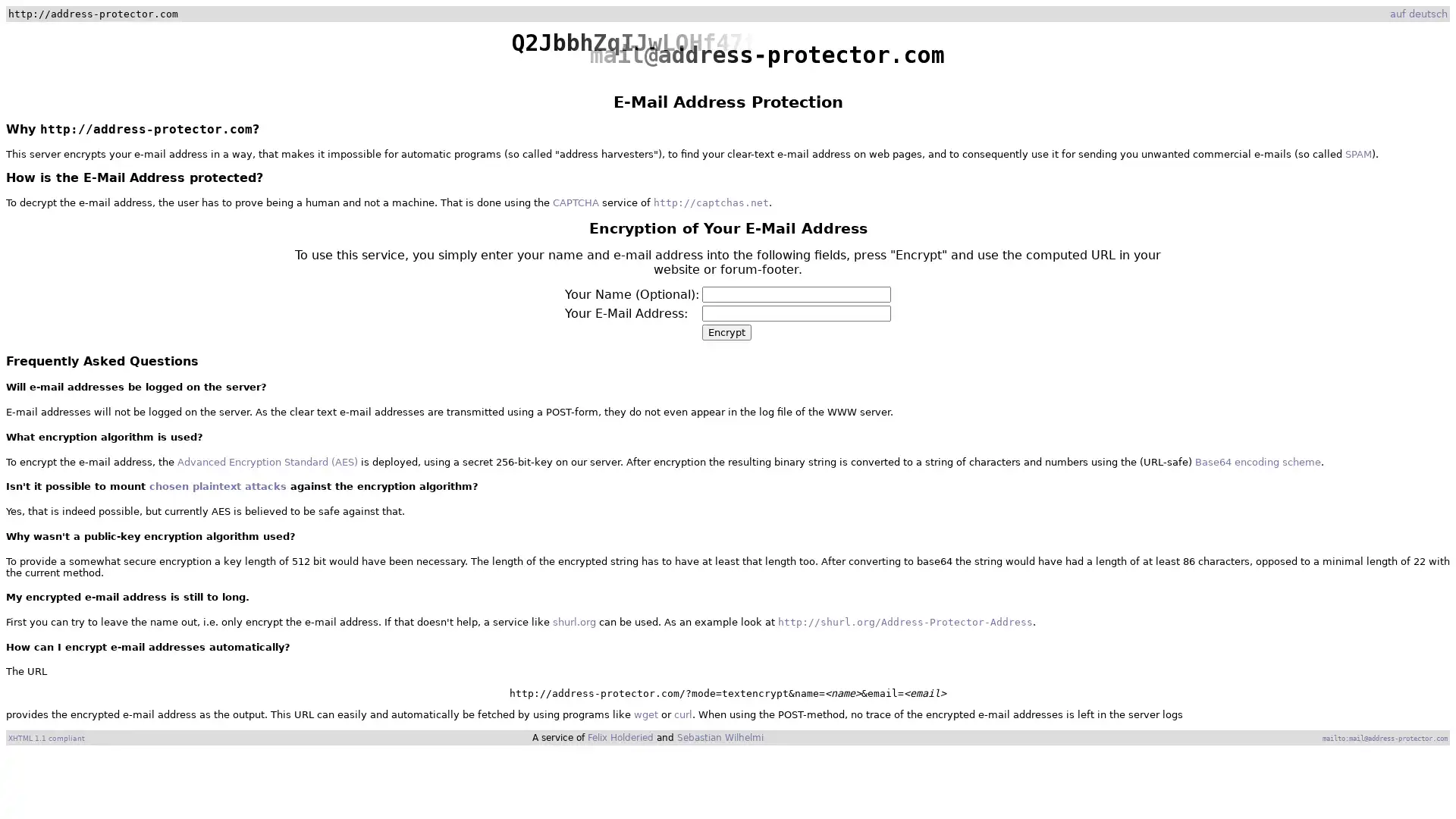 The image size is (1456, 819). What do you see at coordinates (726, 331) in the screenshot?
I see `Encrypt` at bounding box center [726, 331].